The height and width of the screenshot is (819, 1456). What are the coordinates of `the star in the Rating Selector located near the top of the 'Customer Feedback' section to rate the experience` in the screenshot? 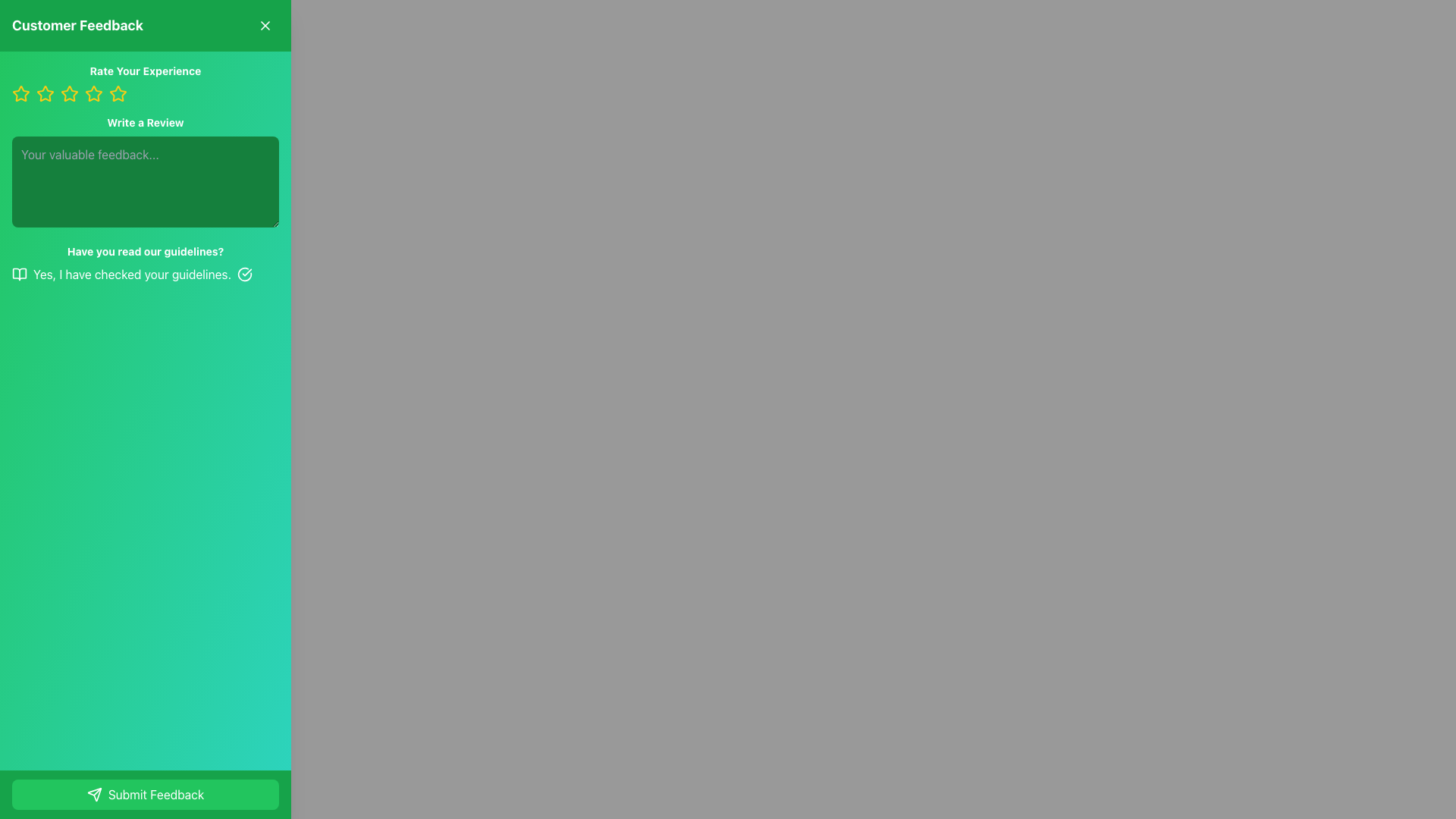 It's located at (146, 83).